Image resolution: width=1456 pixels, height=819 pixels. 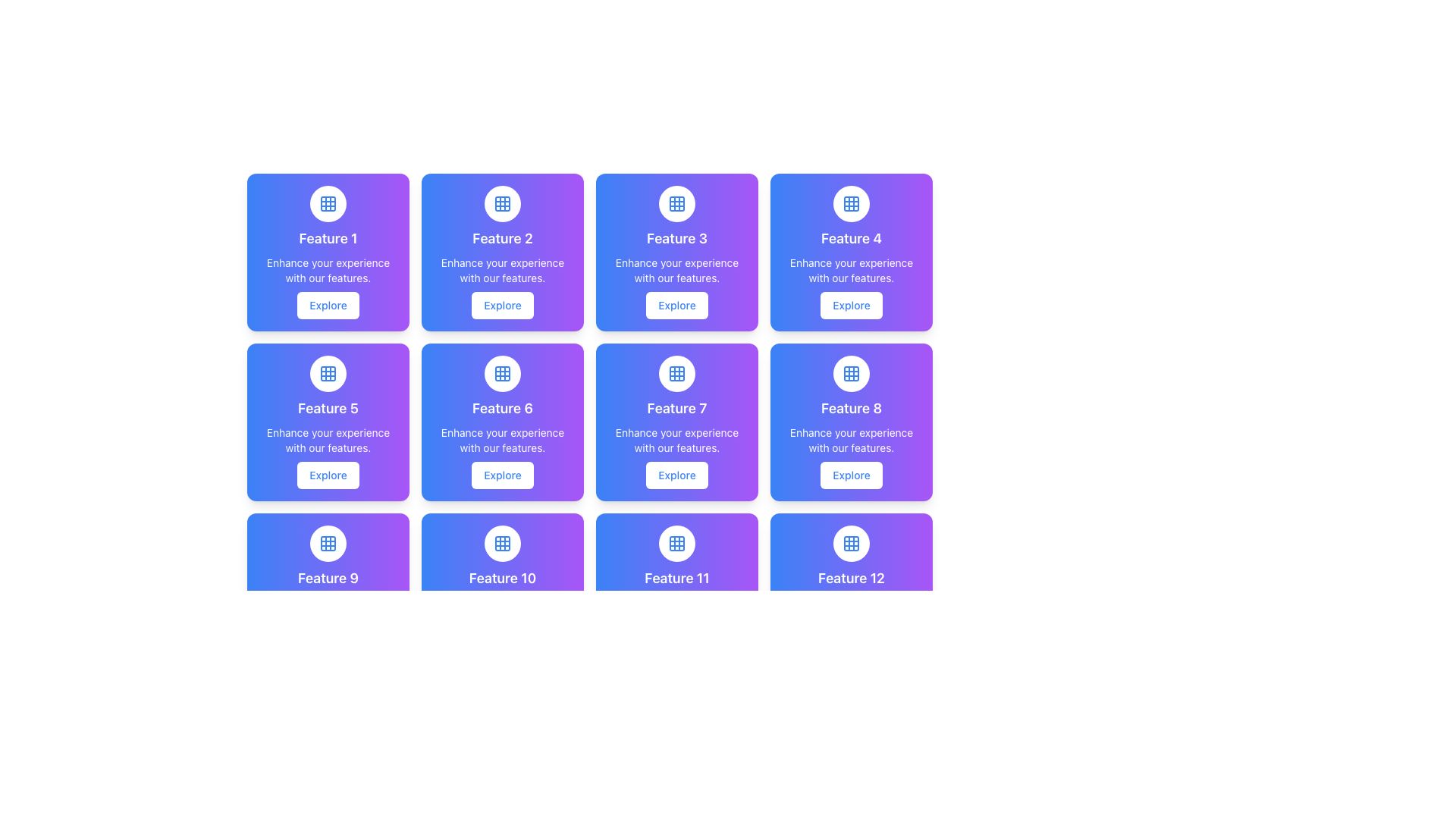 I want to click on title text located in the sixth card of a grid of 12 cards, positioned in the middle-right above the description text and the 'Explore' button, so click(x=502, y=408).